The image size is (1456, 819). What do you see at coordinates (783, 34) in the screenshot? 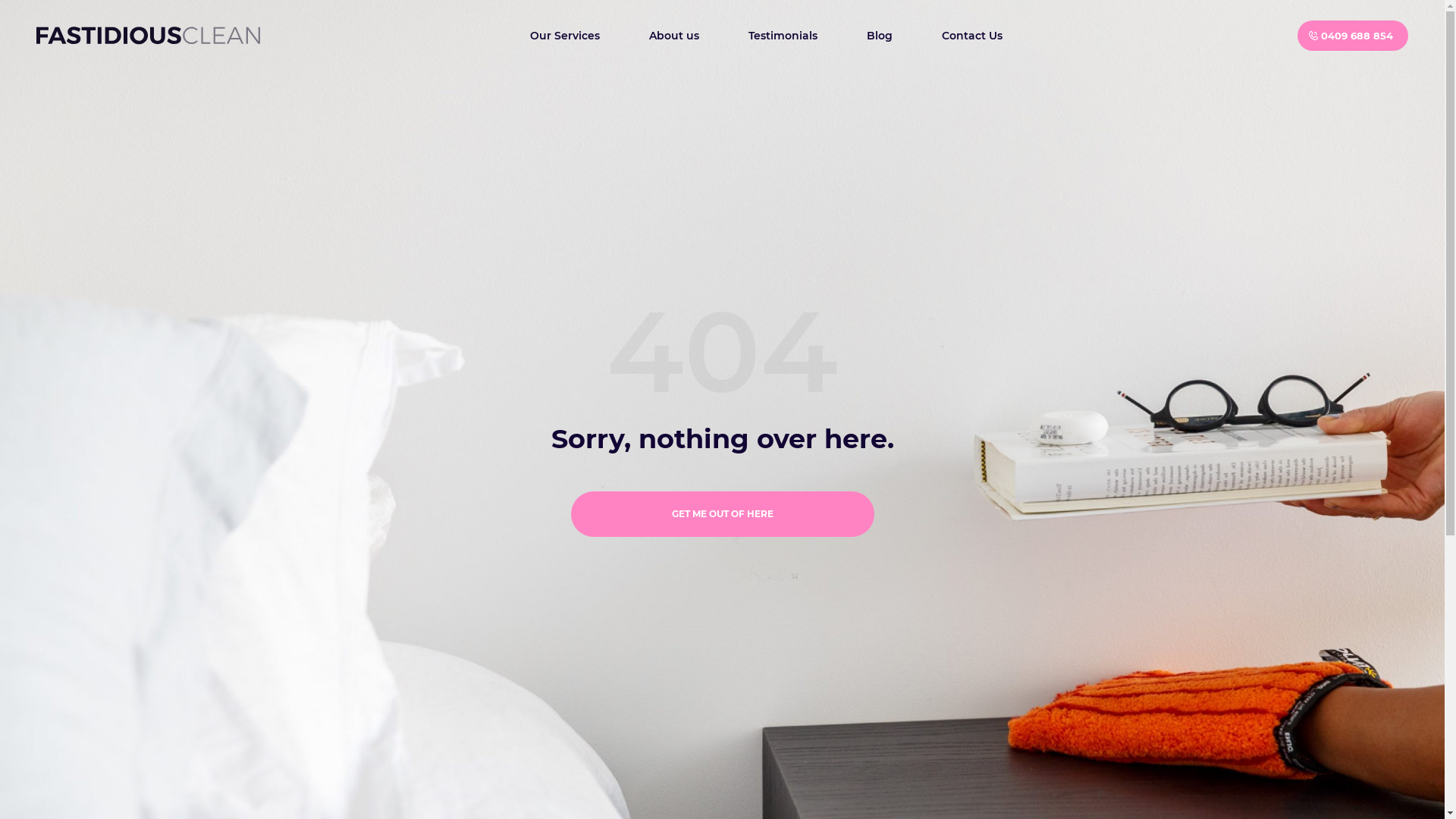
I see `'Testimonials'` at bounding box center [783, 34].